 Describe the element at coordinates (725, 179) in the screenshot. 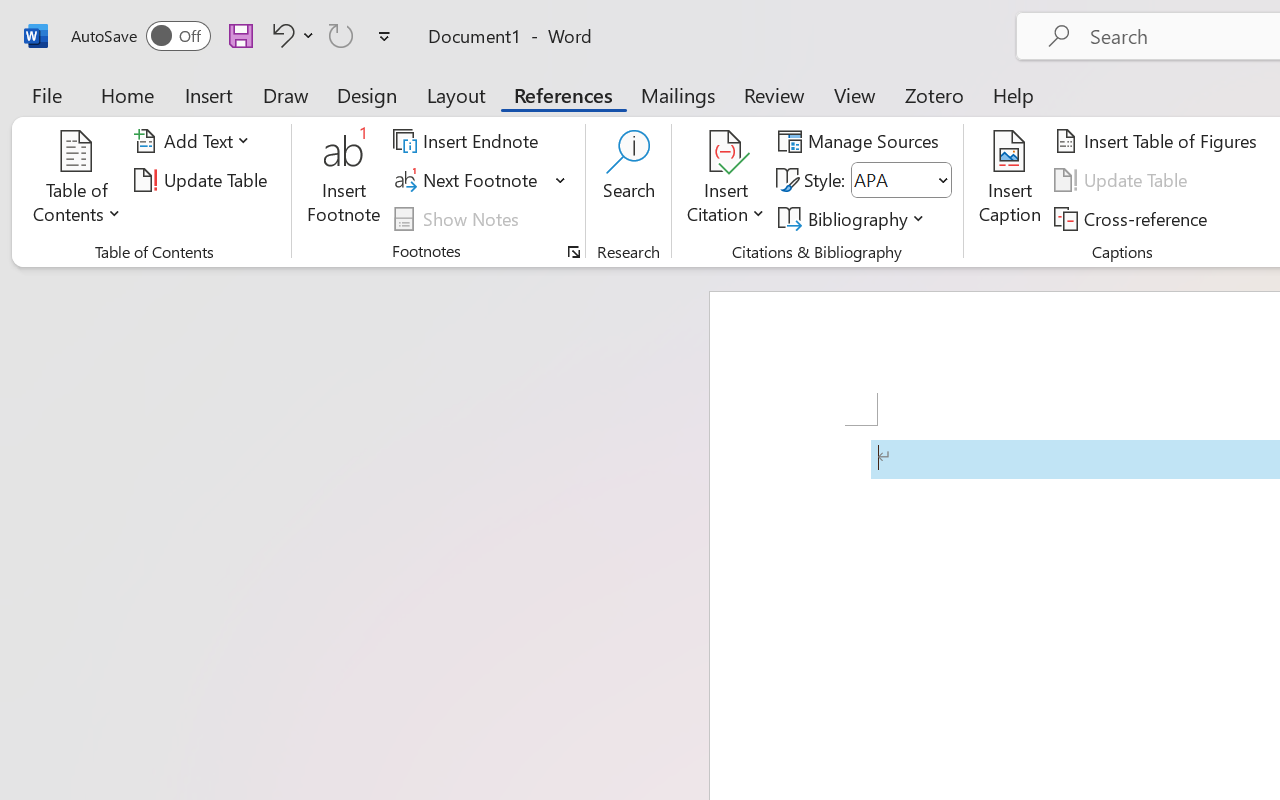

I see `'Insert Citation'` at that location.